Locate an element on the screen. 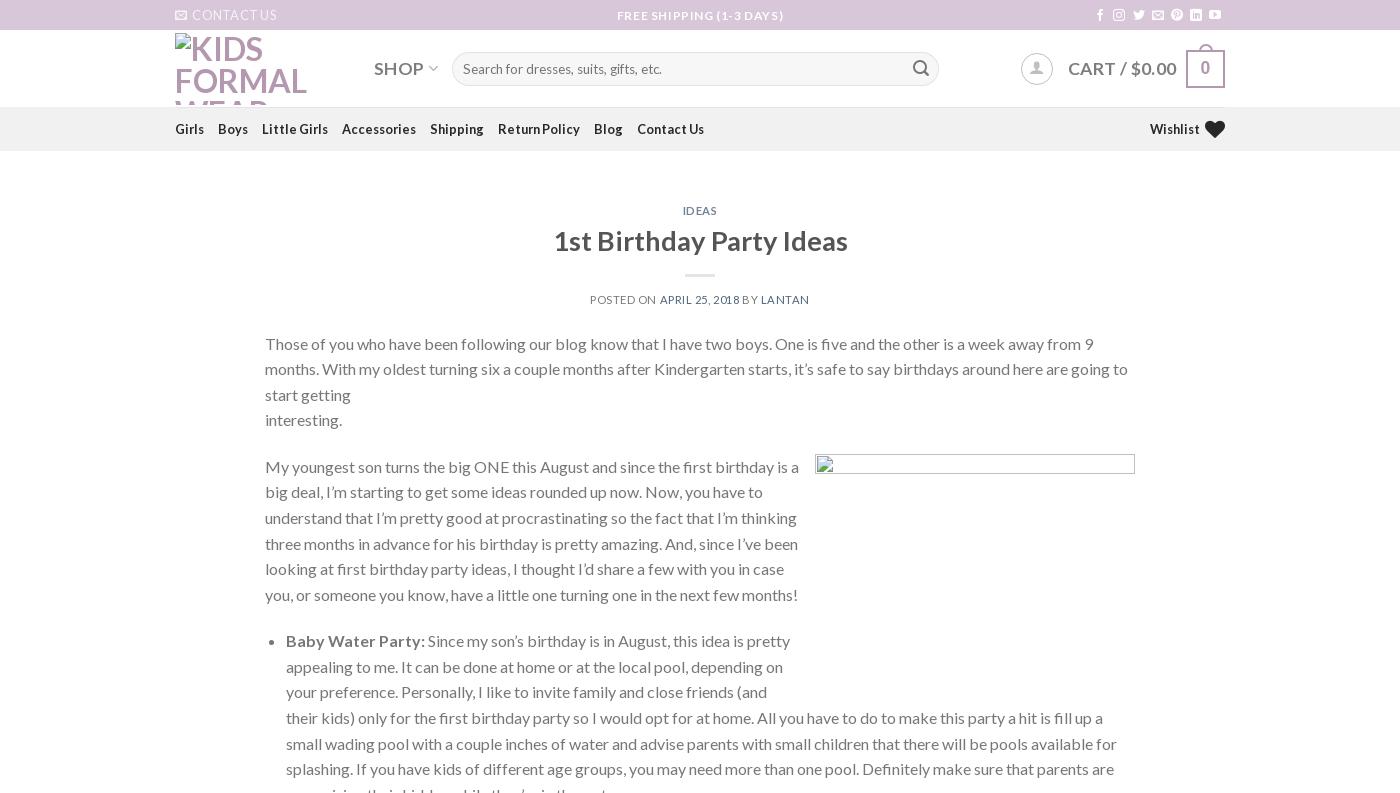 Image resolution: width=1400 pixels, height=793 pixels. 'Ideas' is located at coordinates (699, 209).